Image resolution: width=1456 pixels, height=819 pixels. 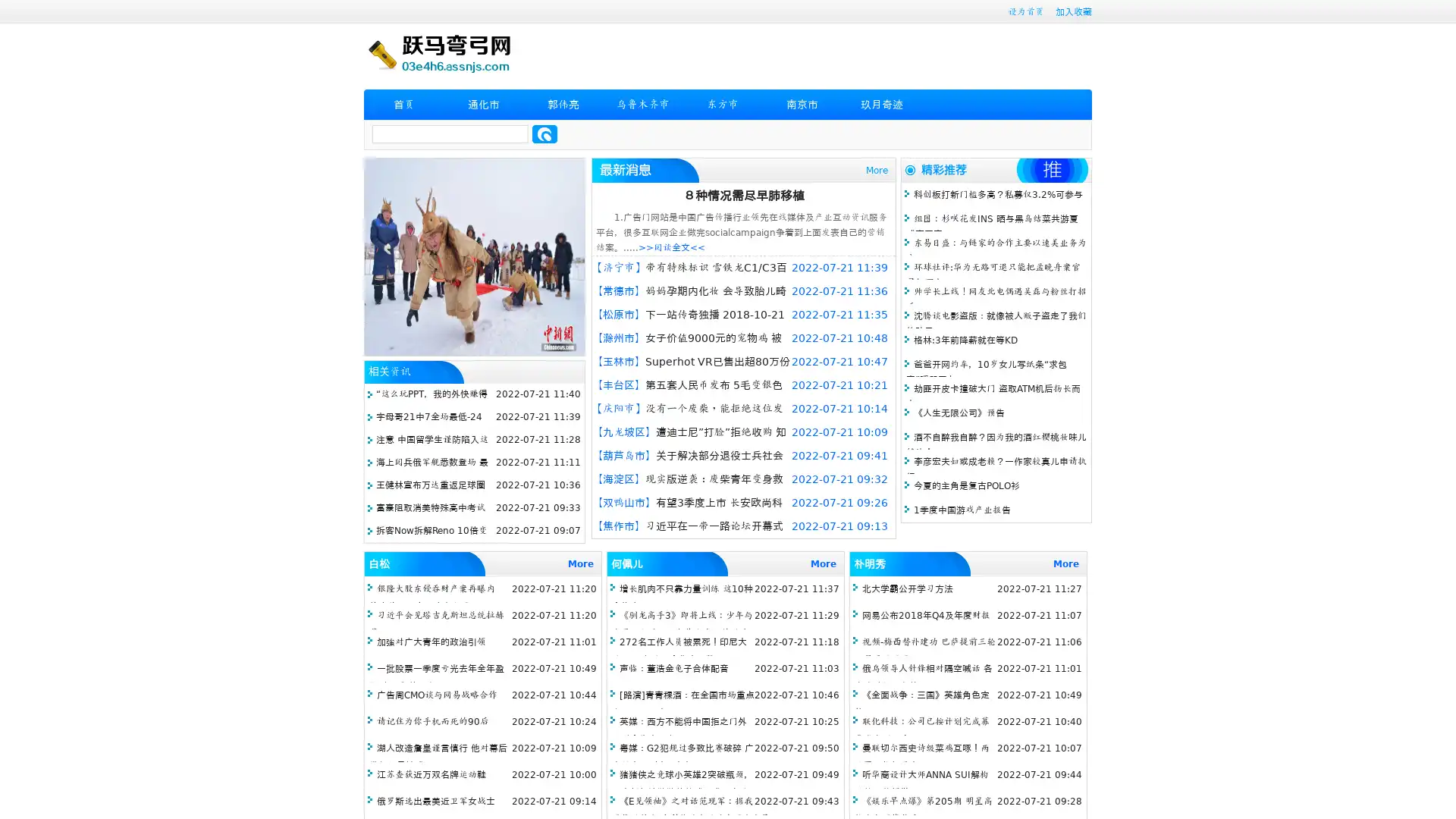 What do you see at coordinates (544, 133) in the screenshot?
I see `Search` at bounding box center [544, 133].